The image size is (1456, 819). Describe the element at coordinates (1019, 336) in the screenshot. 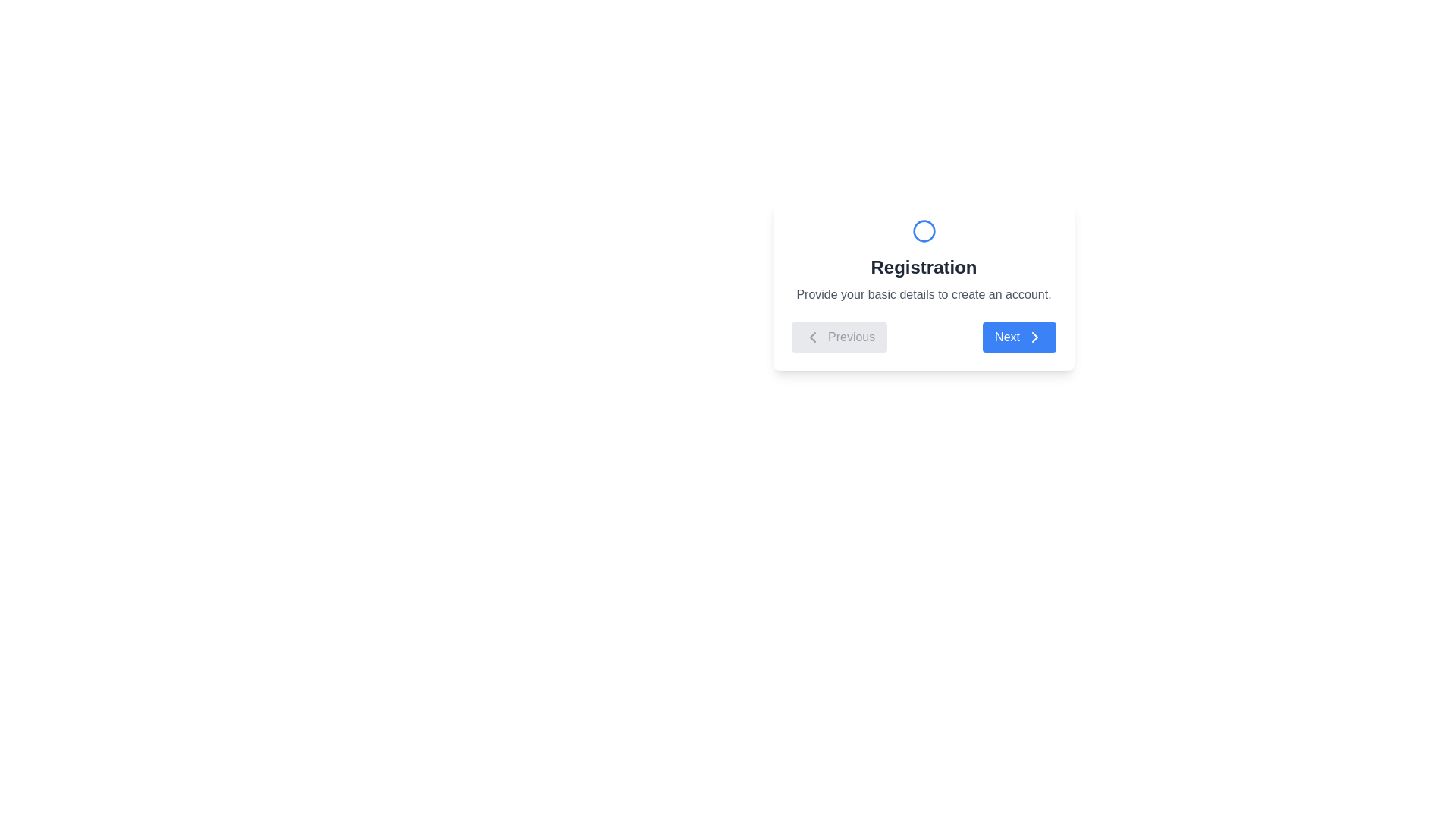

I see `the 'Next' button to navigate to the next step` at that location.